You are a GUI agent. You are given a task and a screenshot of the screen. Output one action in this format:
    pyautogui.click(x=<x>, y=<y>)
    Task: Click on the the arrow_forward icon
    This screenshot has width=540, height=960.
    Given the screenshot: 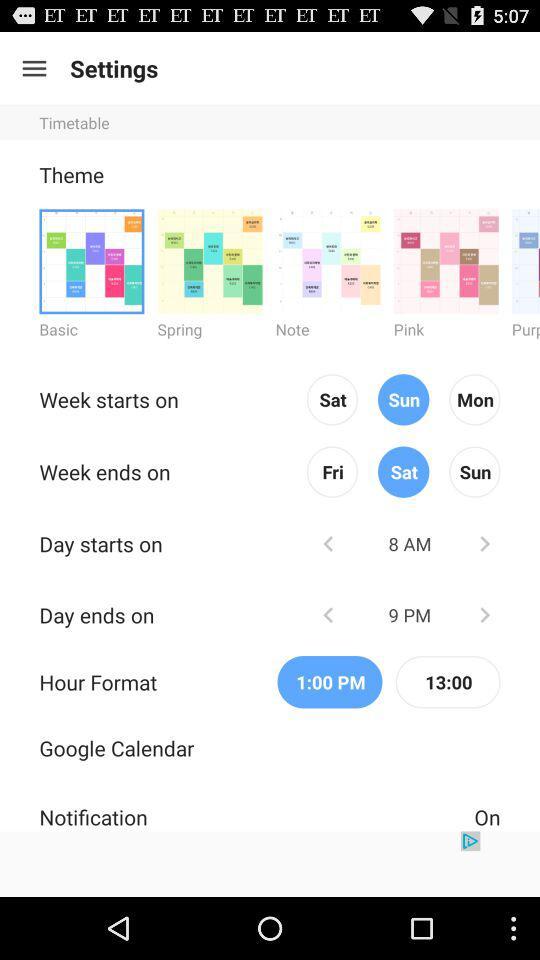 What is the action you would take?
    pyautogui.click(x=483, y=581)
    